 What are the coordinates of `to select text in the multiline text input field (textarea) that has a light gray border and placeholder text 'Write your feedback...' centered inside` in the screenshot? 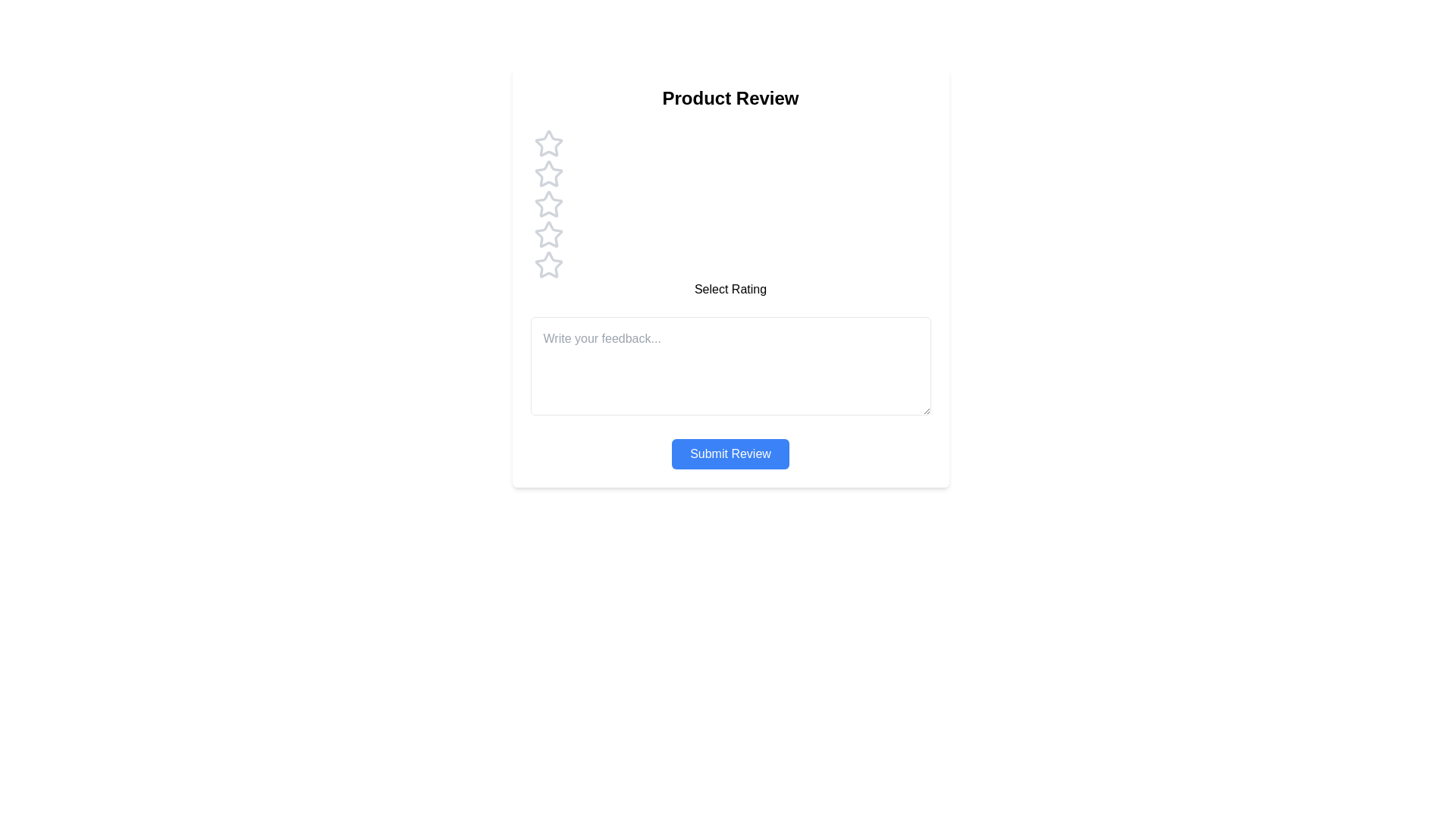 It's located at (730, 366).